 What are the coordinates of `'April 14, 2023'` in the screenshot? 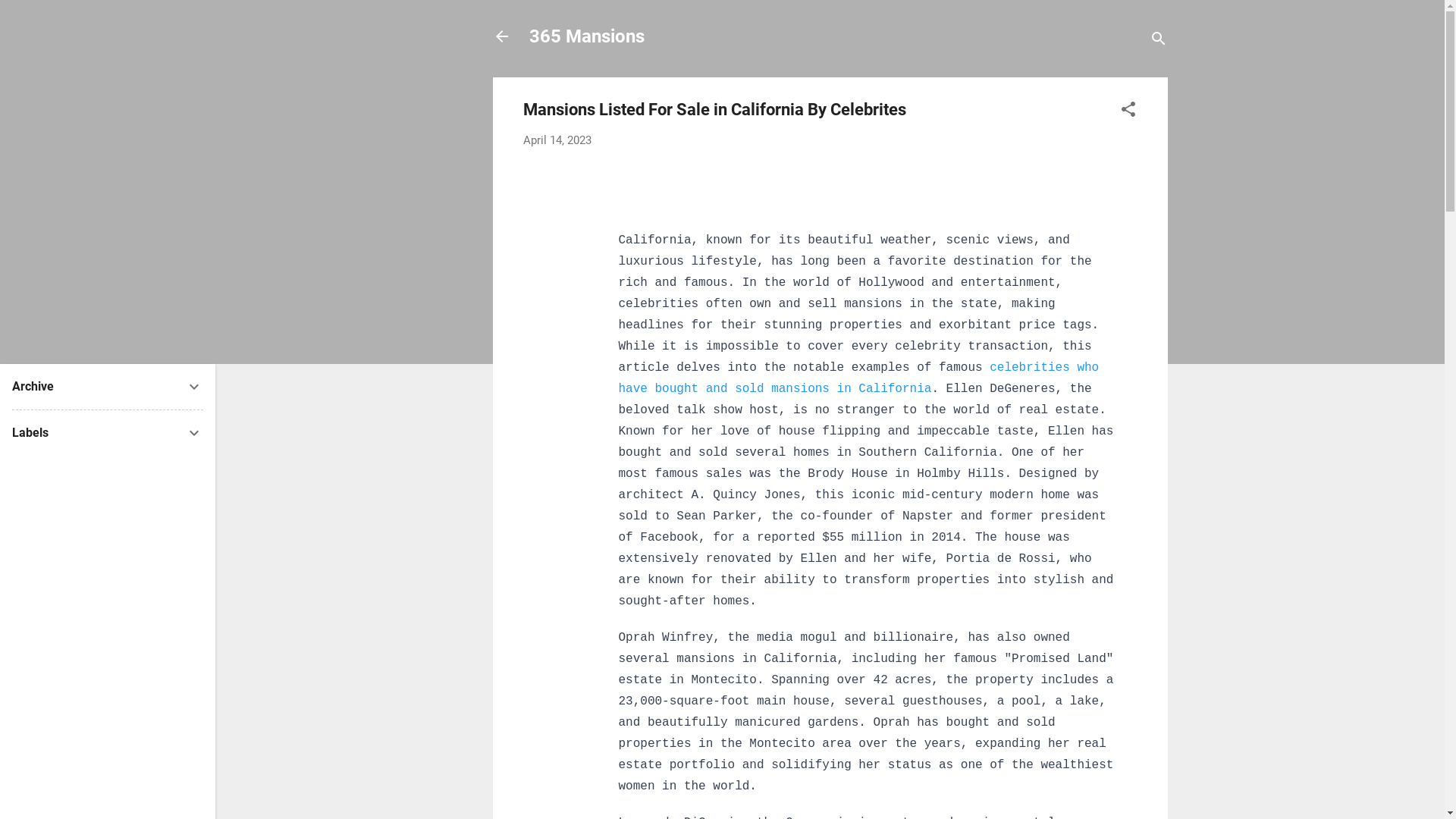 It's located at (556, 140).